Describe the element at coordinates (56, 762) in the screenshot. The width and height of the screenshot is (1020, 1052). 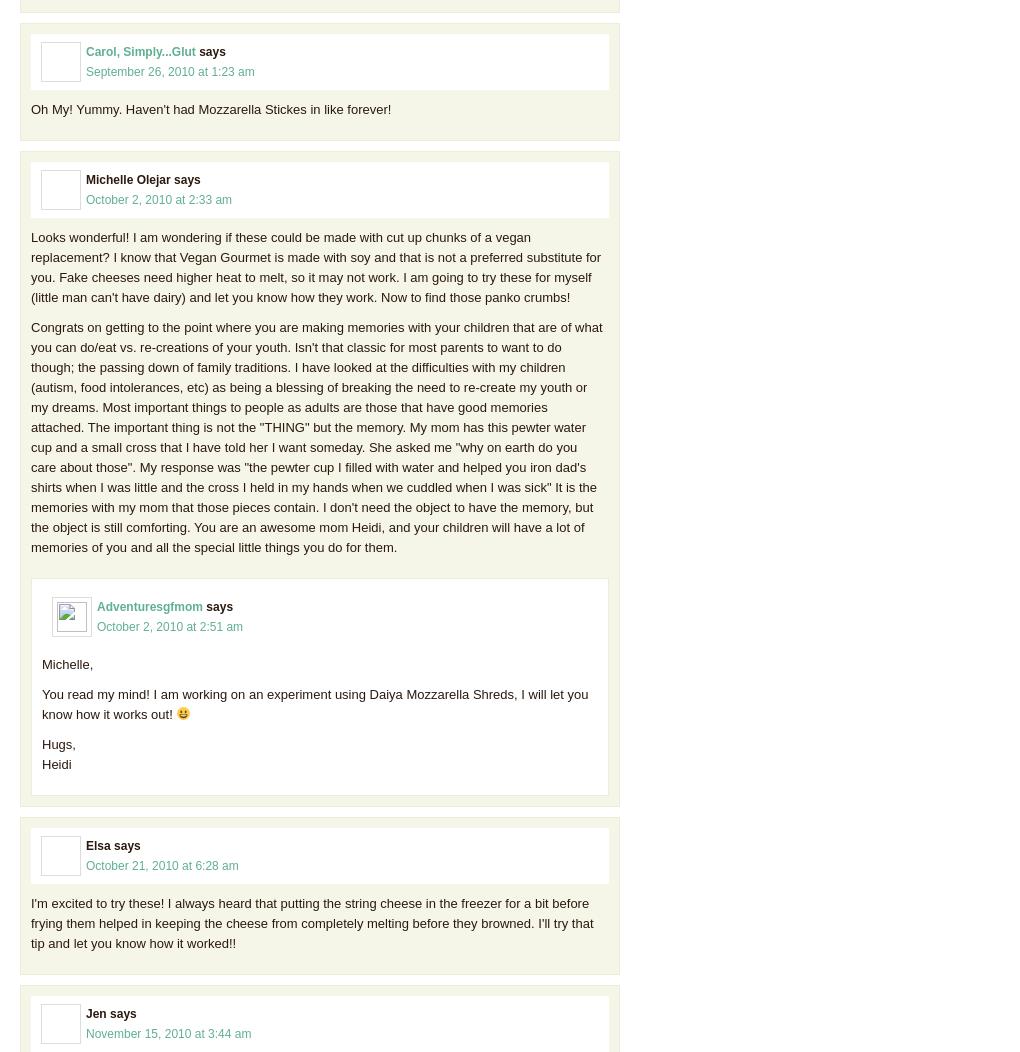
I see `'Heidi'` at that location.